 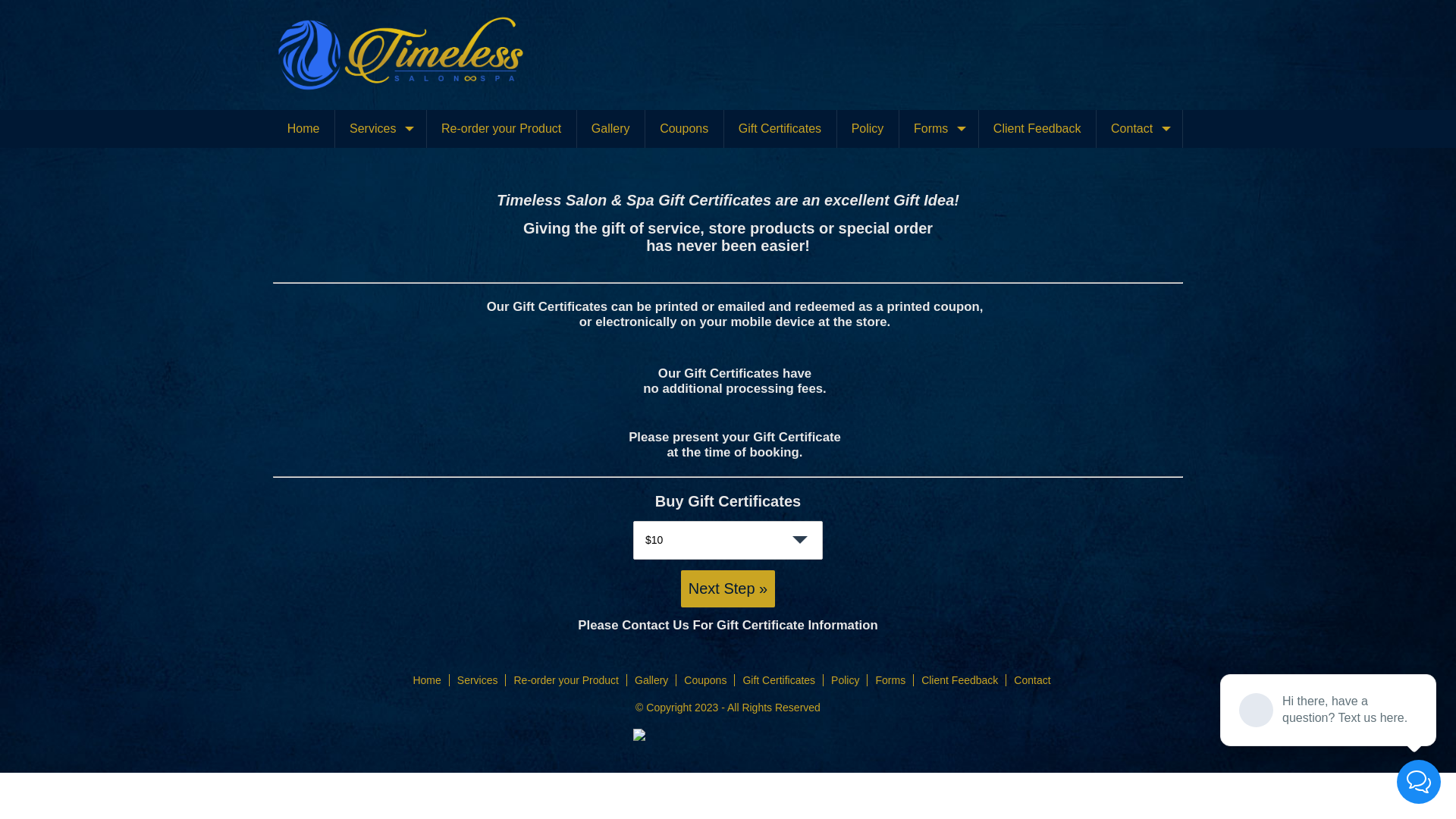 I want to click on 'Gallery', so click(x=610, y=127).